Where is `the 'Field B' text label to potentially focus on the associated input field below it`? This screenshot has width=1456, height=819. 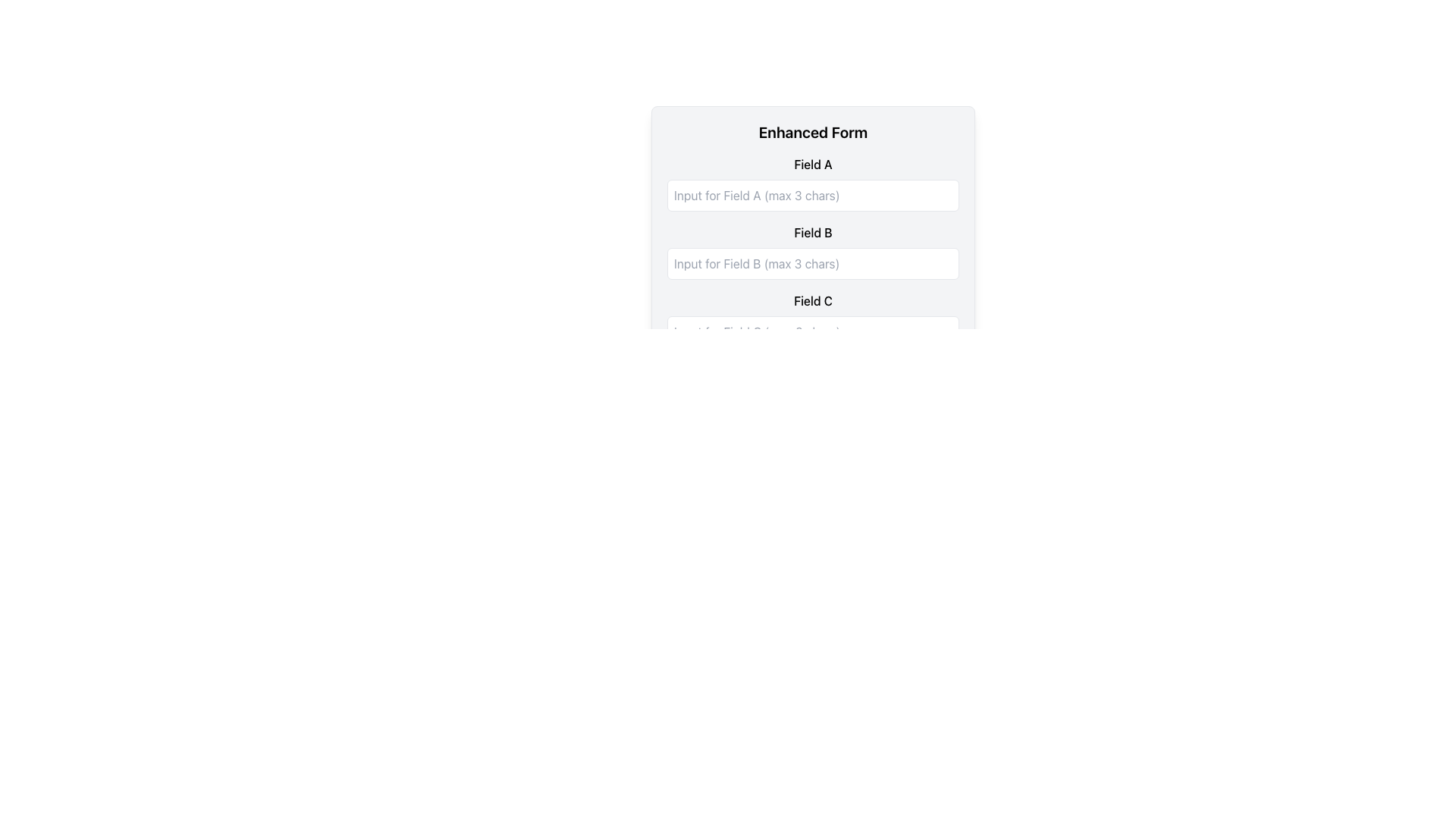 the 'Field B' text label to potentially focus on the associated input field below it is located at coordinates (812, 233).